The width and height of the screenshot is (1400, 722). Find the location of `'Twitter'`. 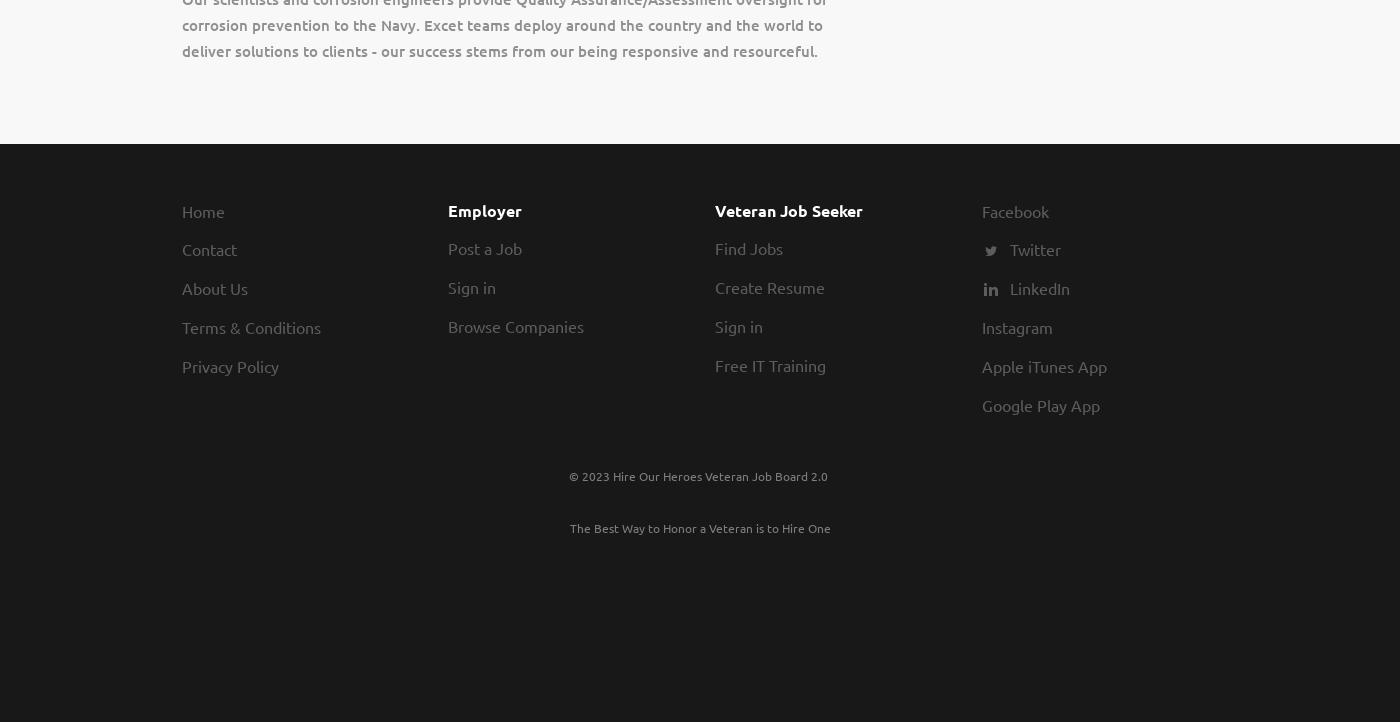

'Twitter' is located at coordinates (1034, 249).